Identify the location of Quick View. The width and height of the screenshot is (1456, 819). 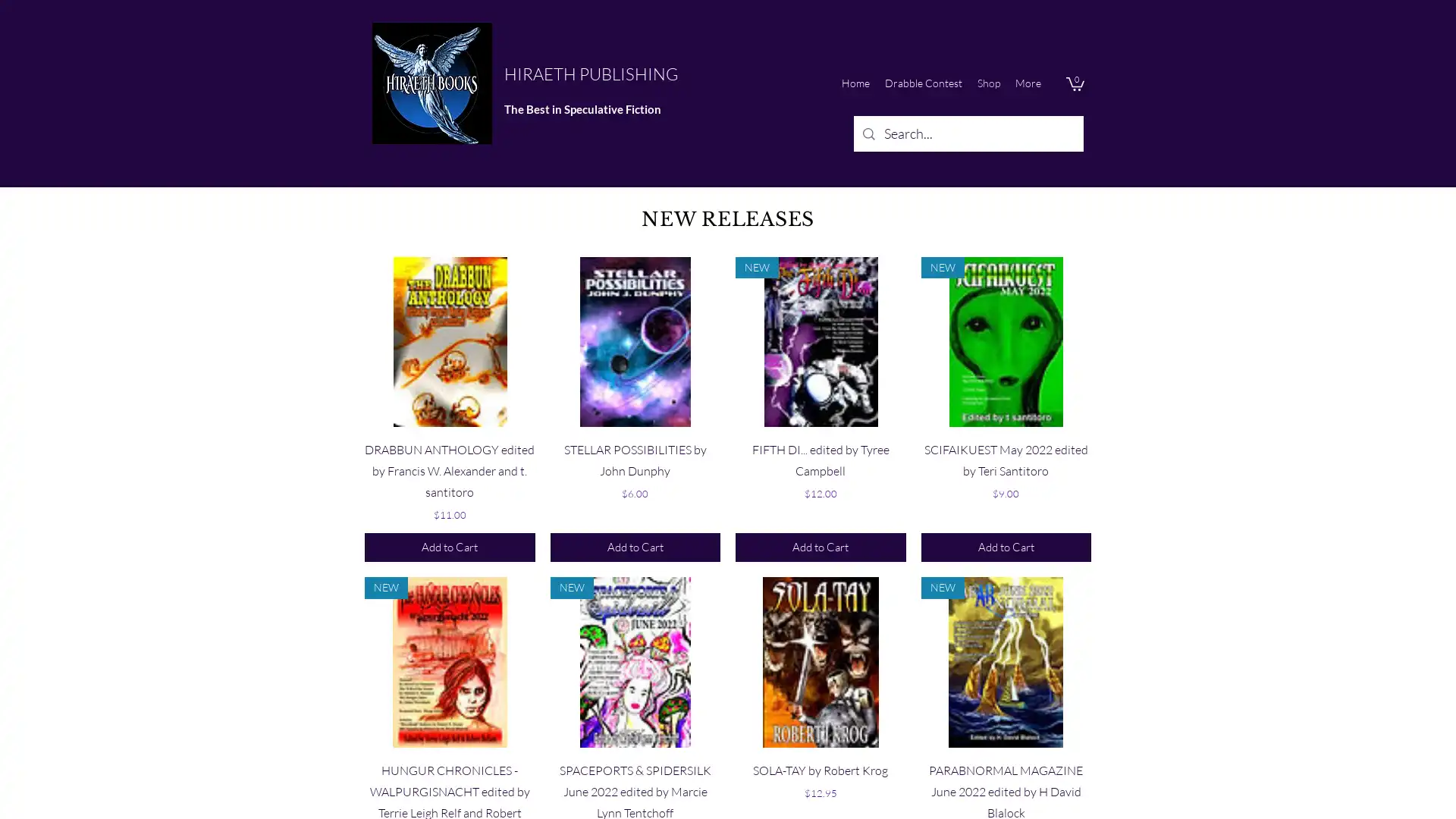
(449, 444).